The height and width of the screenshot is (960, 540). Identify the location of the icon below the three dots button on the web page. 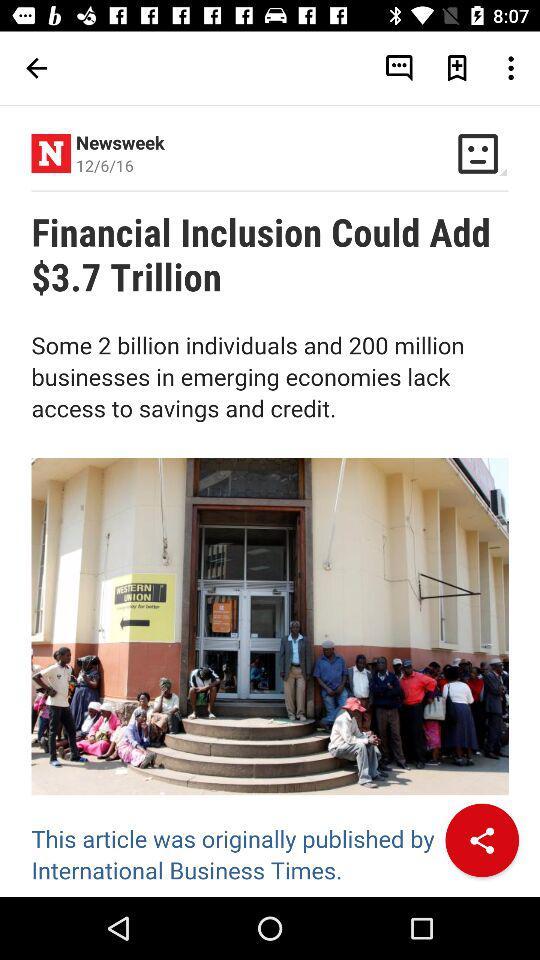
(477, 152).